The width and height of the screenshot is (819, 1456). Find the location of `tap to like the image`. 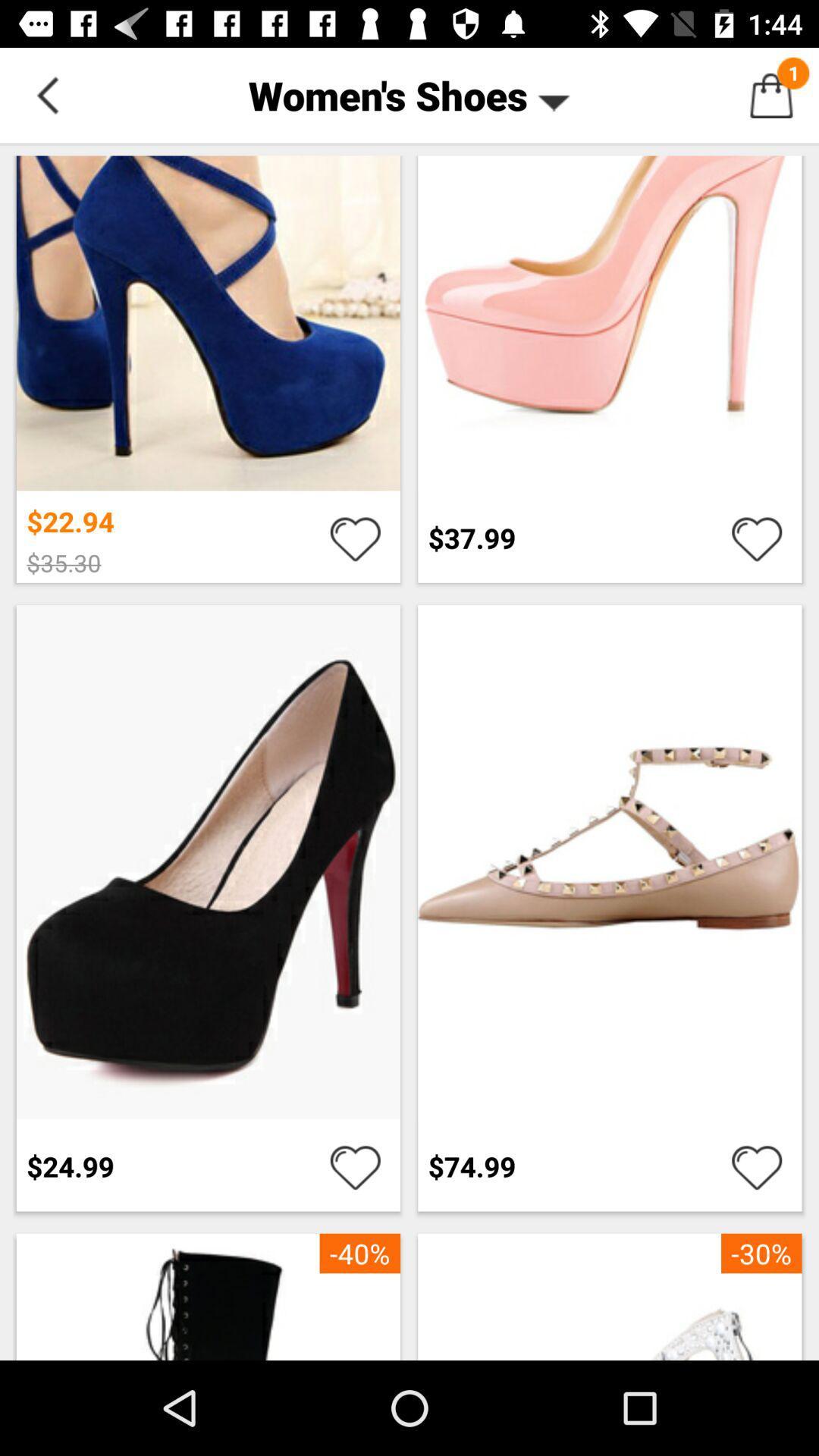

tap to like the image is located at coordinates (757, 1166).